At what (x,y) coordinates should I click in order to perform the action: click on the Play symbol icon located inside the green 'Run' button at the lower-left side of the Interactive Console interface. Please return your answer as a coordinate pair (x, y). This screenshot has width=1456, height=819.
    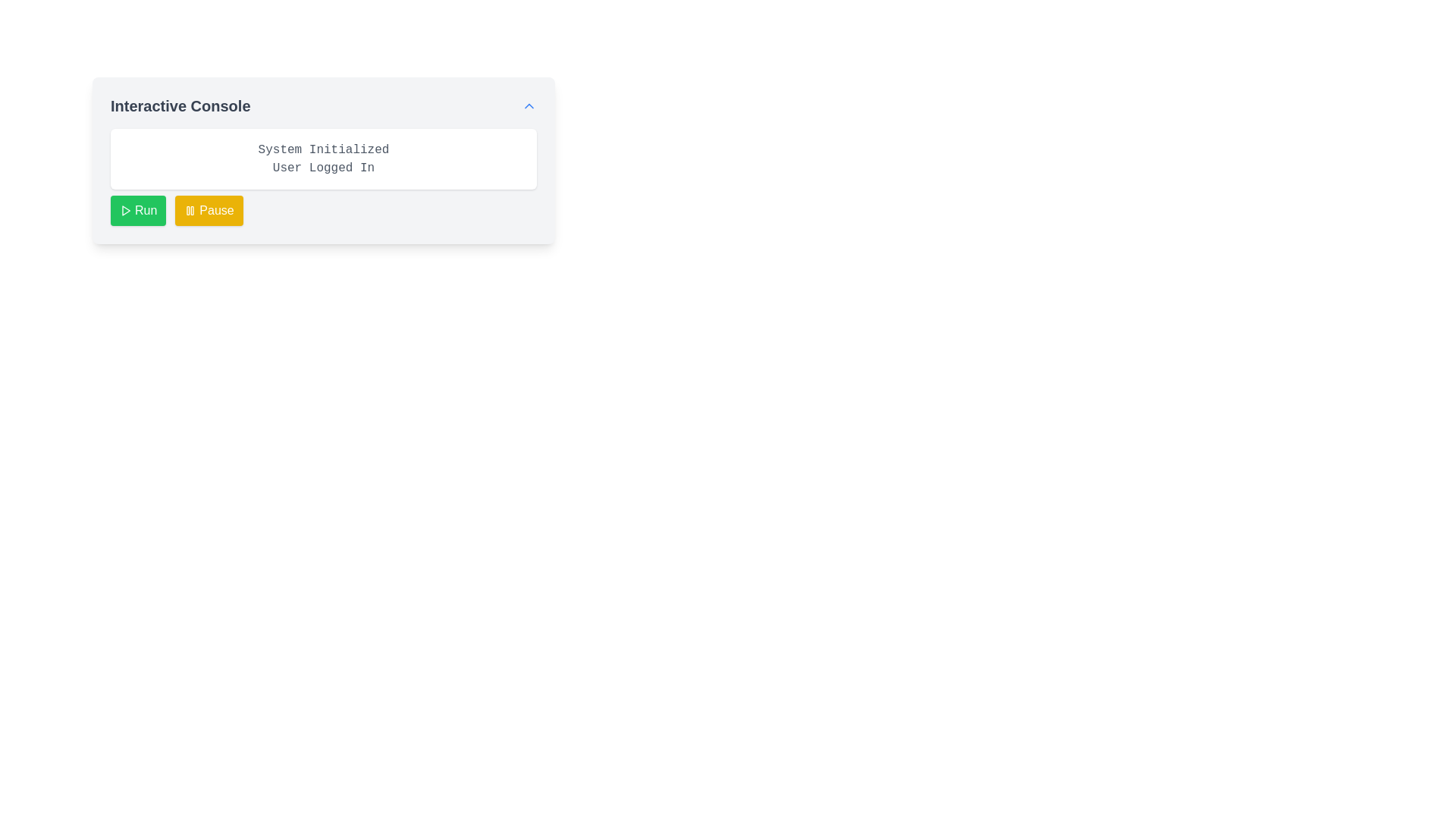
    Looking at the image, I should click on (126, 210).